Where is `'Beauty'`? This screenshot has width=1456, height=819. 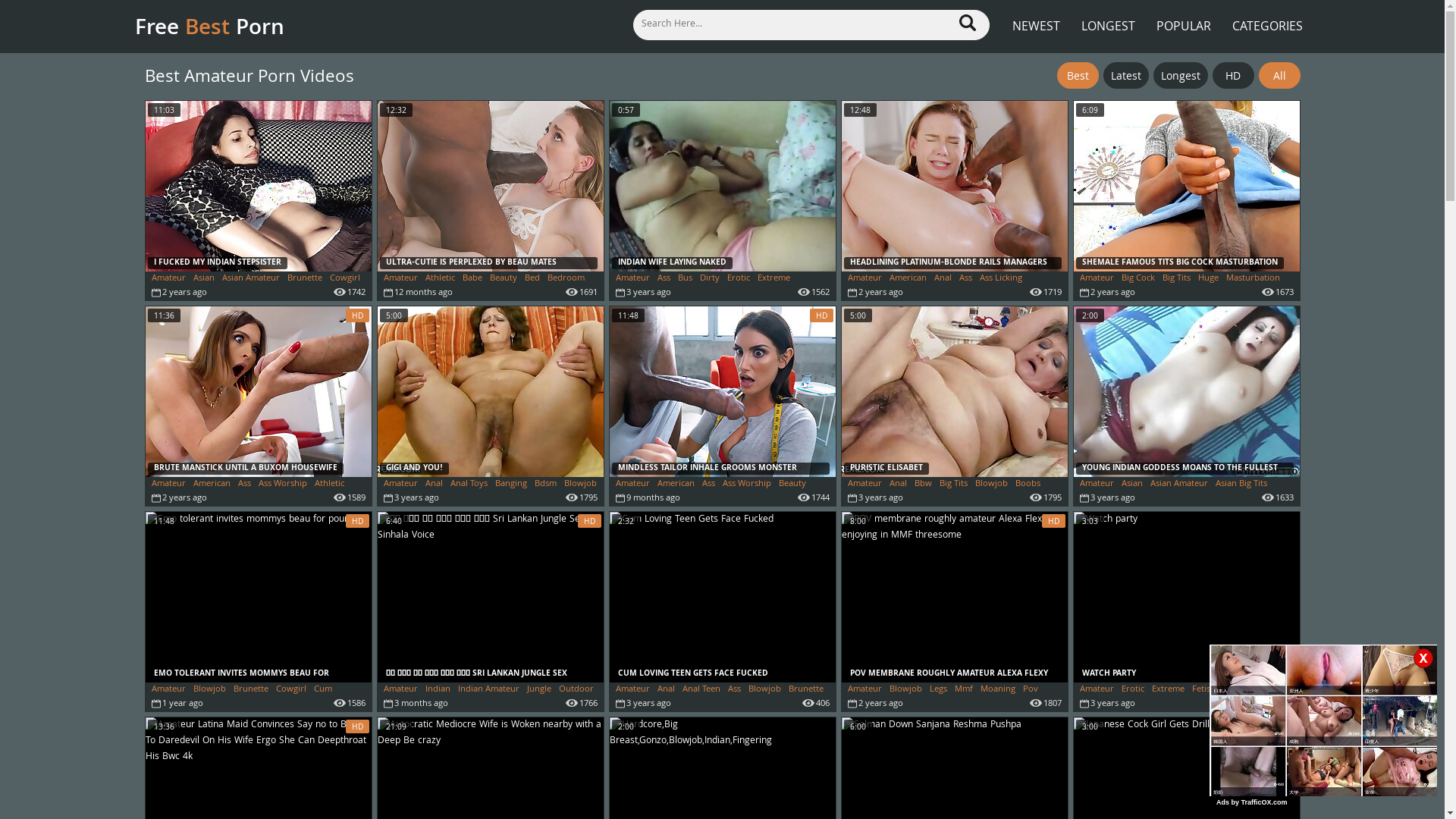 'Beauty' is located at coordinates (503, 278).